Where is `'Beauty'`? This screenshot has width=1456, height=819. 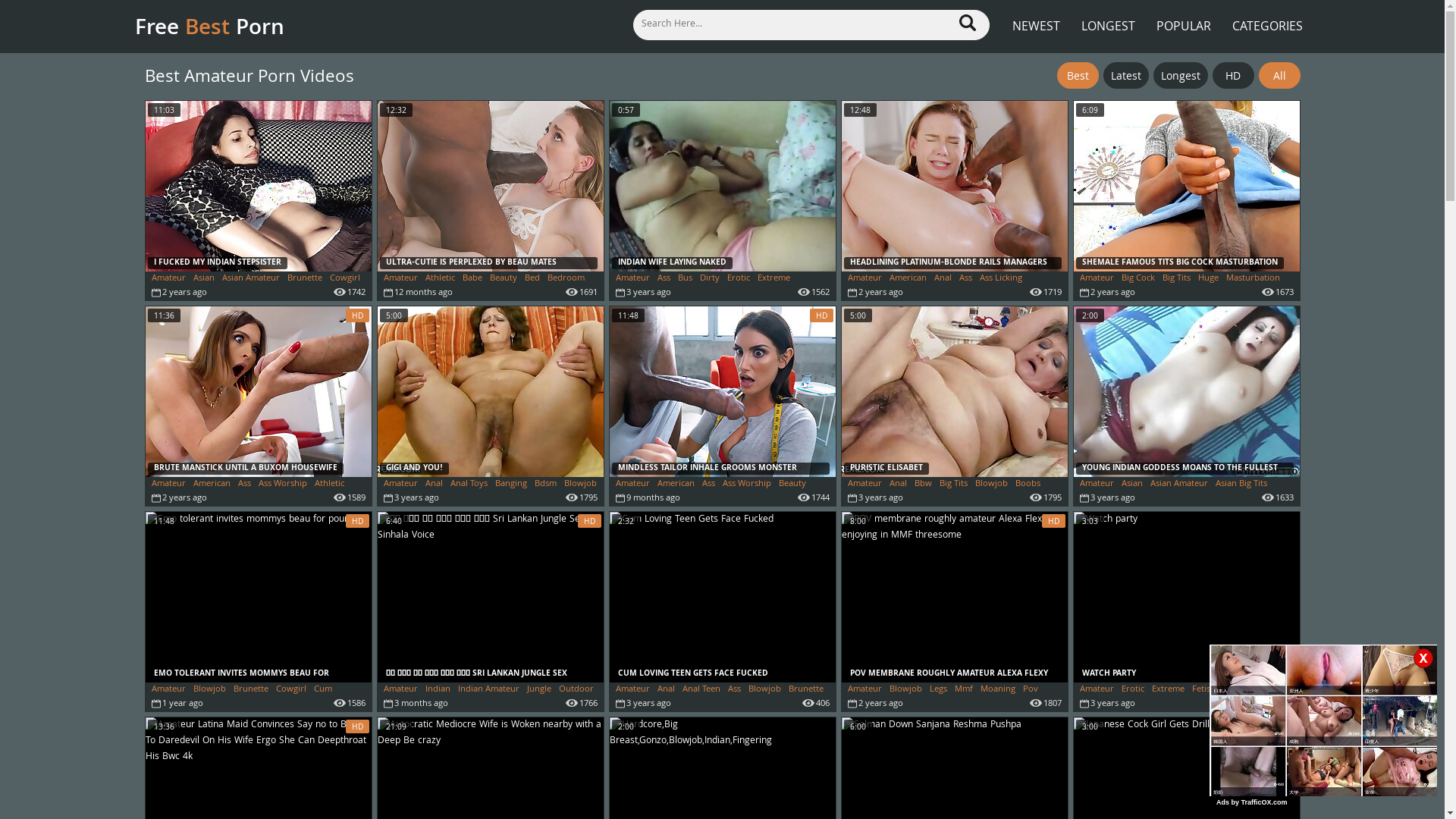 'Beauty' is located at coordinates (503, 278).